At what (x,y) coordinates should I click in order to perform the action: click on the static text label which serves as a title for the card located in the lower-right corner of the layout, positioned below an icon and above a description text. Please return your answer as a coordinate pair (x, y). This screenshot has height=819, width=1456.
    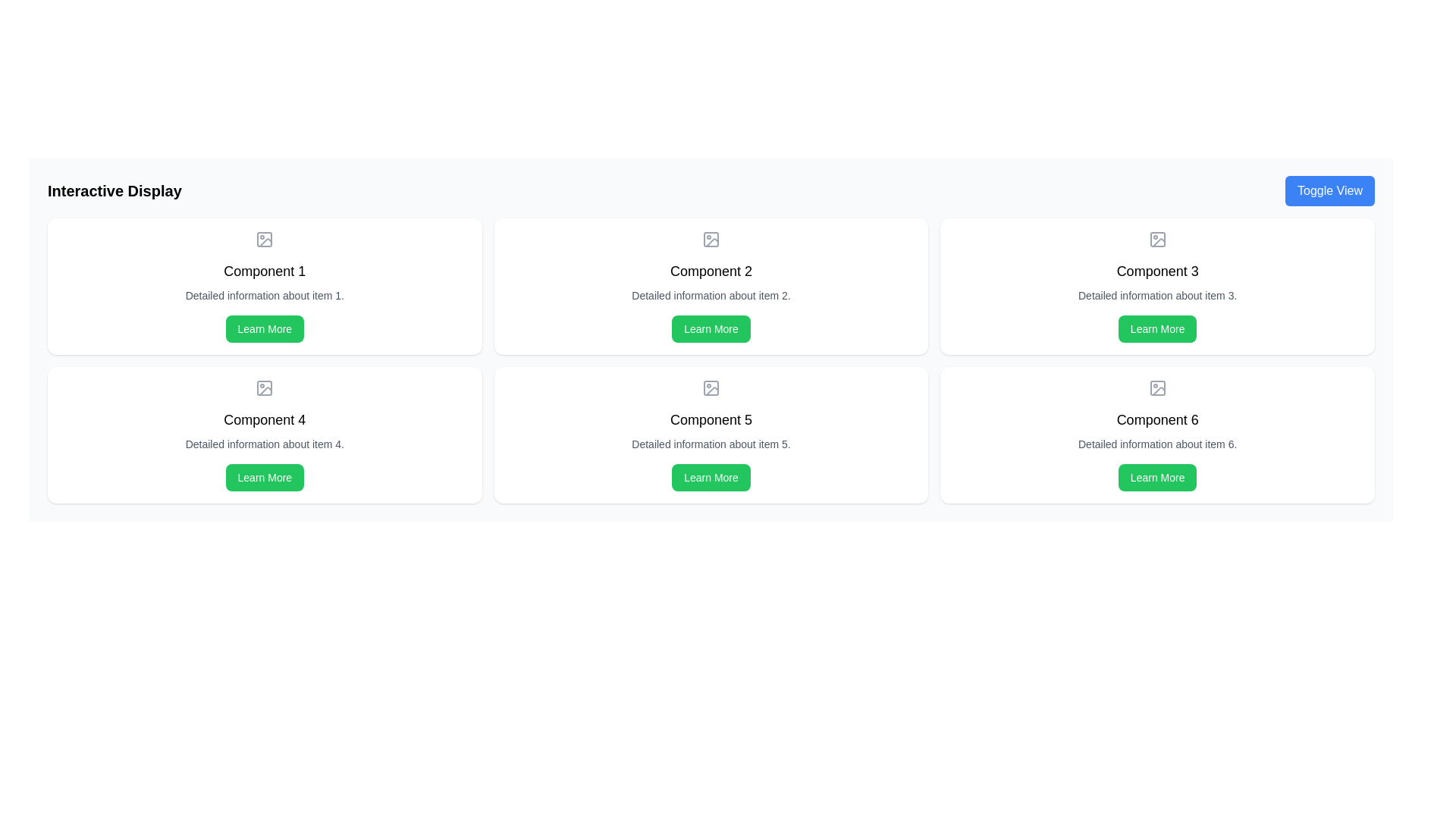
    Looking at the image, I should click on (1156, 420).